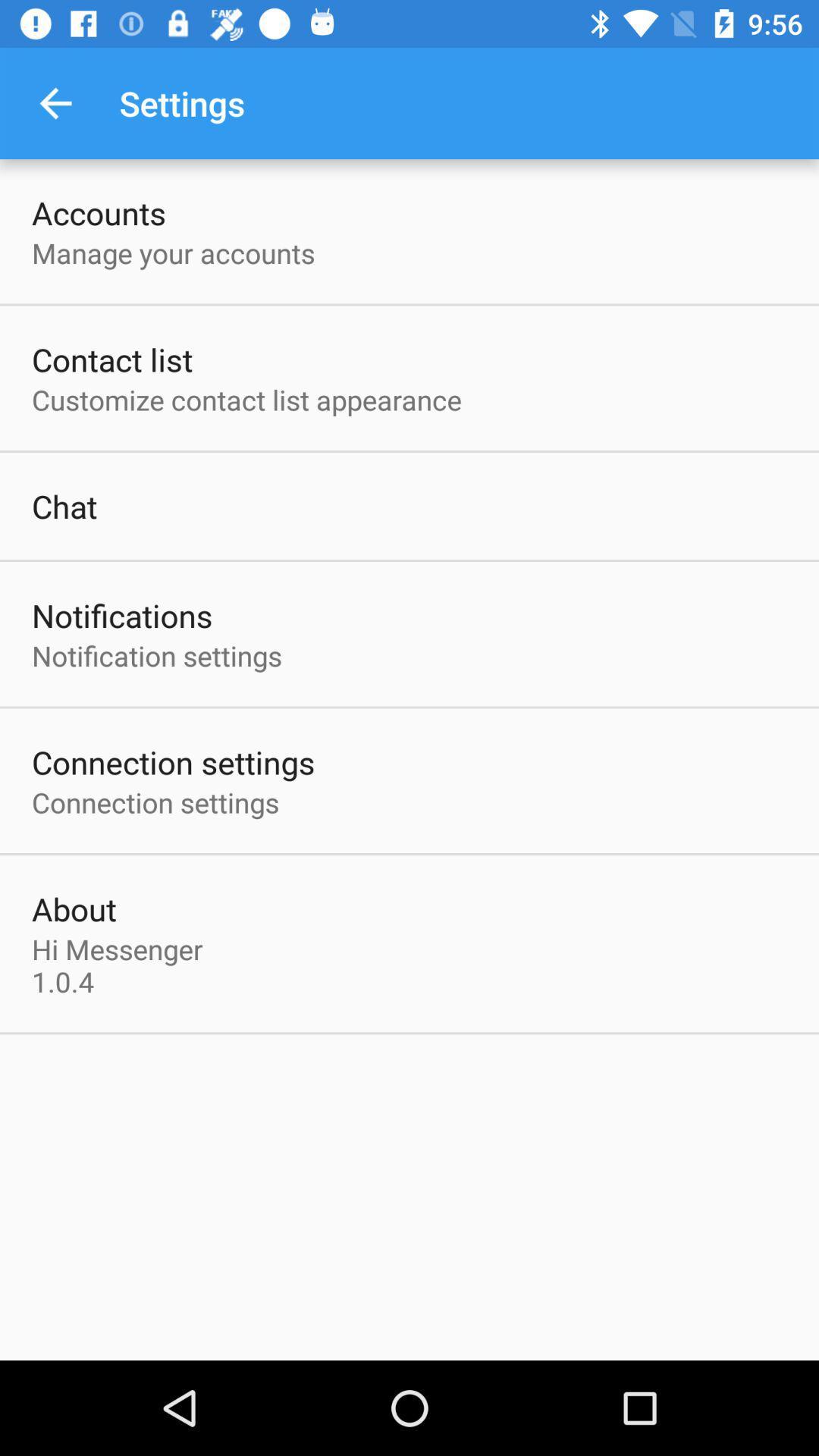 The height and width of the screenshot is (1456, 819). What do you see at coordinates (121, 615) in the screenshot?
I see `the notifications` at bounding box center [121, 615].